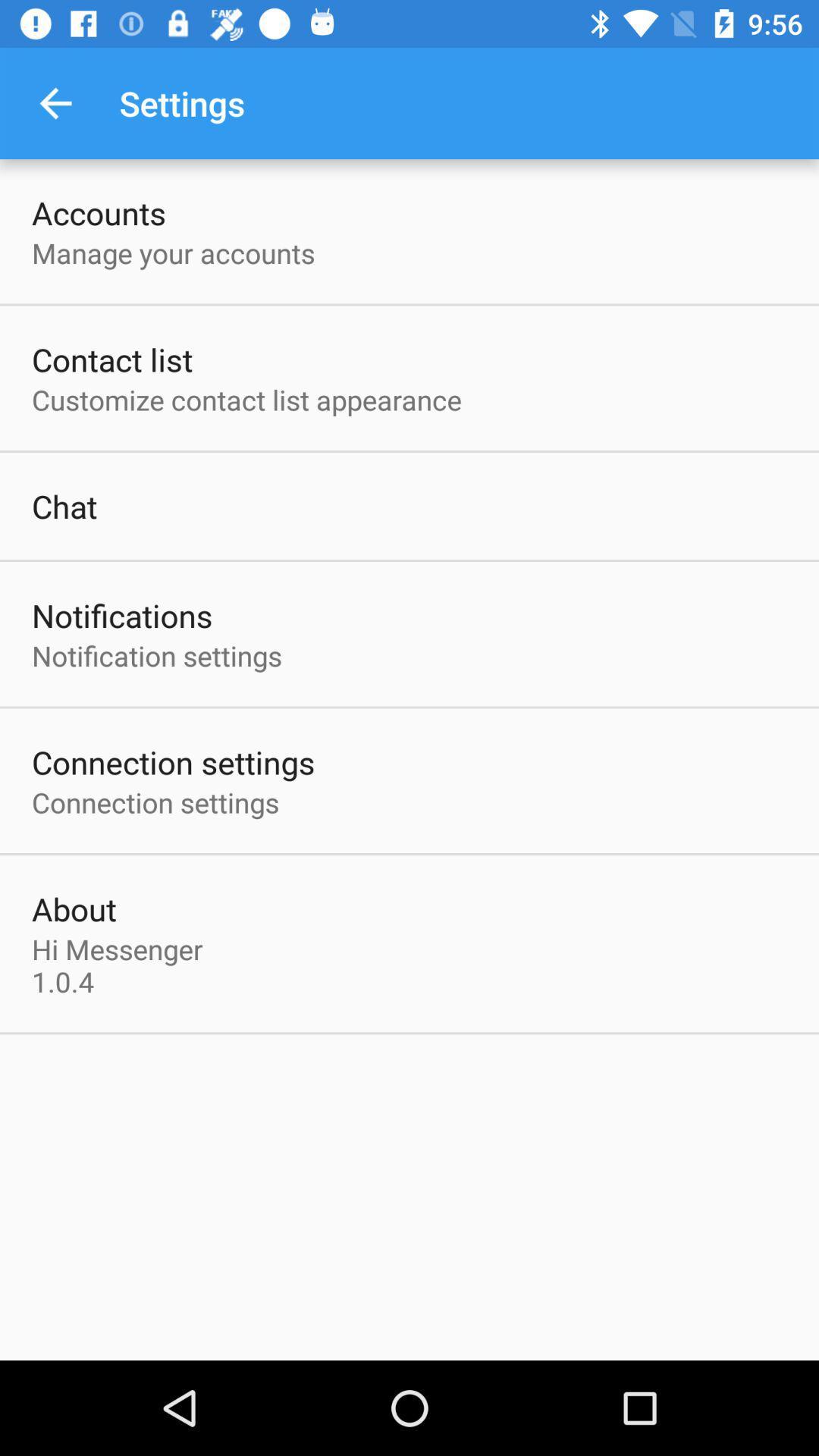 The height and width of the screenshot is (1456, 819). What do you see at coordinates (121, 615) in the screenshot?
I see `the notifications` at bounding box center [121, 615].